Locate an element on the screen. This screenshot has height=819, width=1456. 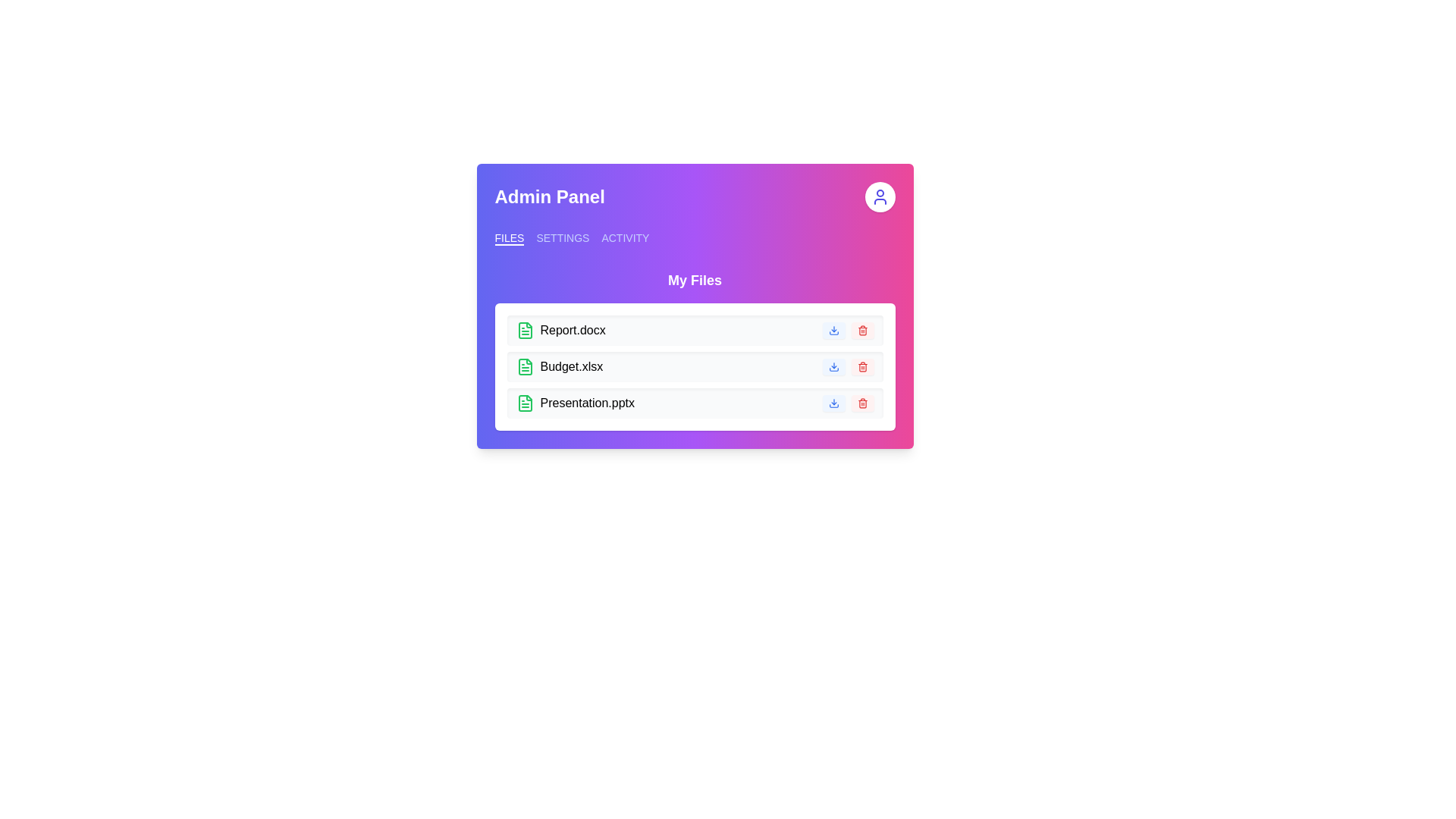
the 'FILES' tab in the Tab navigation menu located at the top-center of the Admin Panel is located at coordinates (694, 237).